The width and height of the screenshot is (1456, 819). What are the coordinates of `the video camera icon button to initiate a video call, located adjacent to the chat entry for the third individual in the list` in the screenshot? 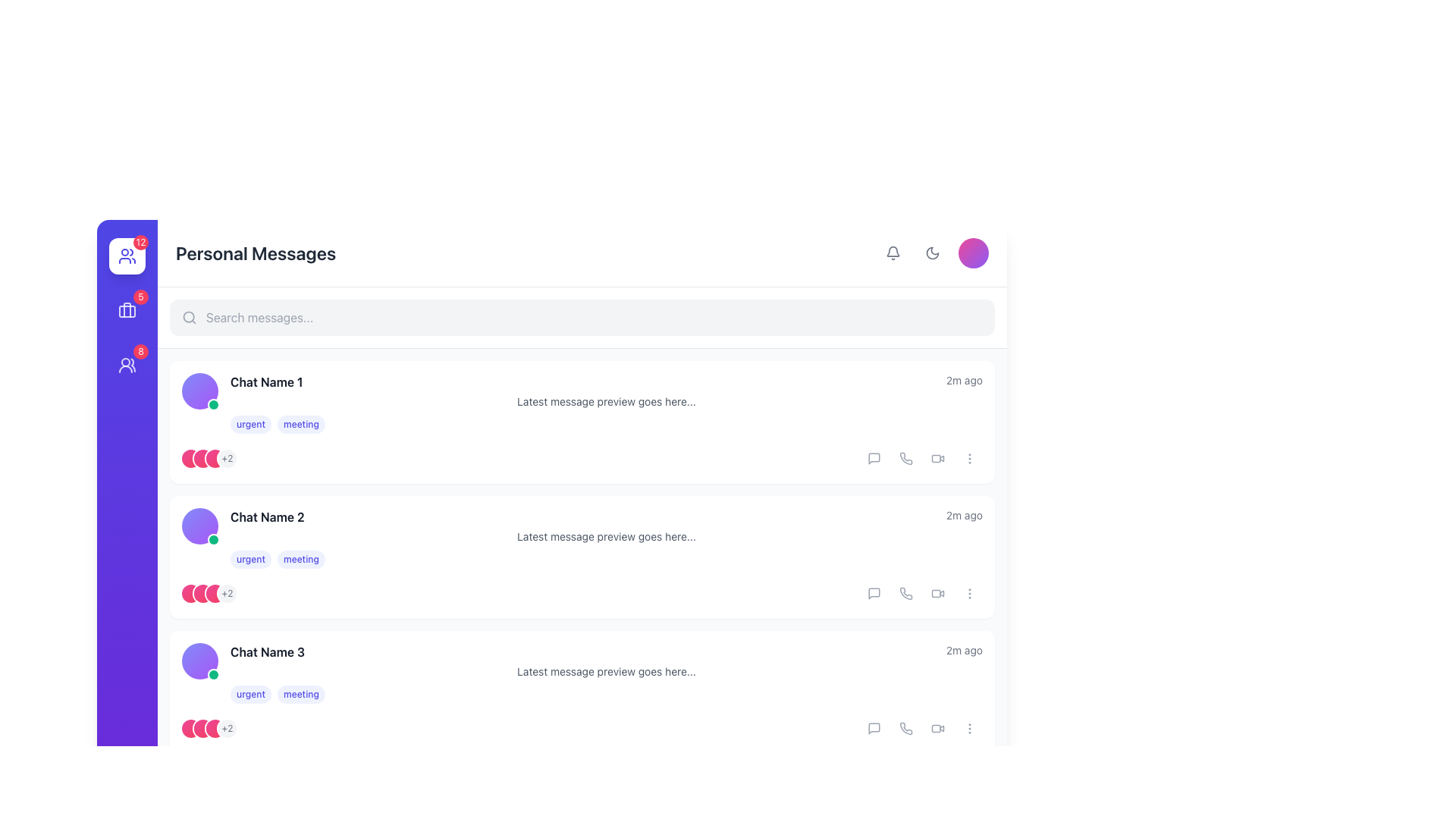 It's located at (937, 727).